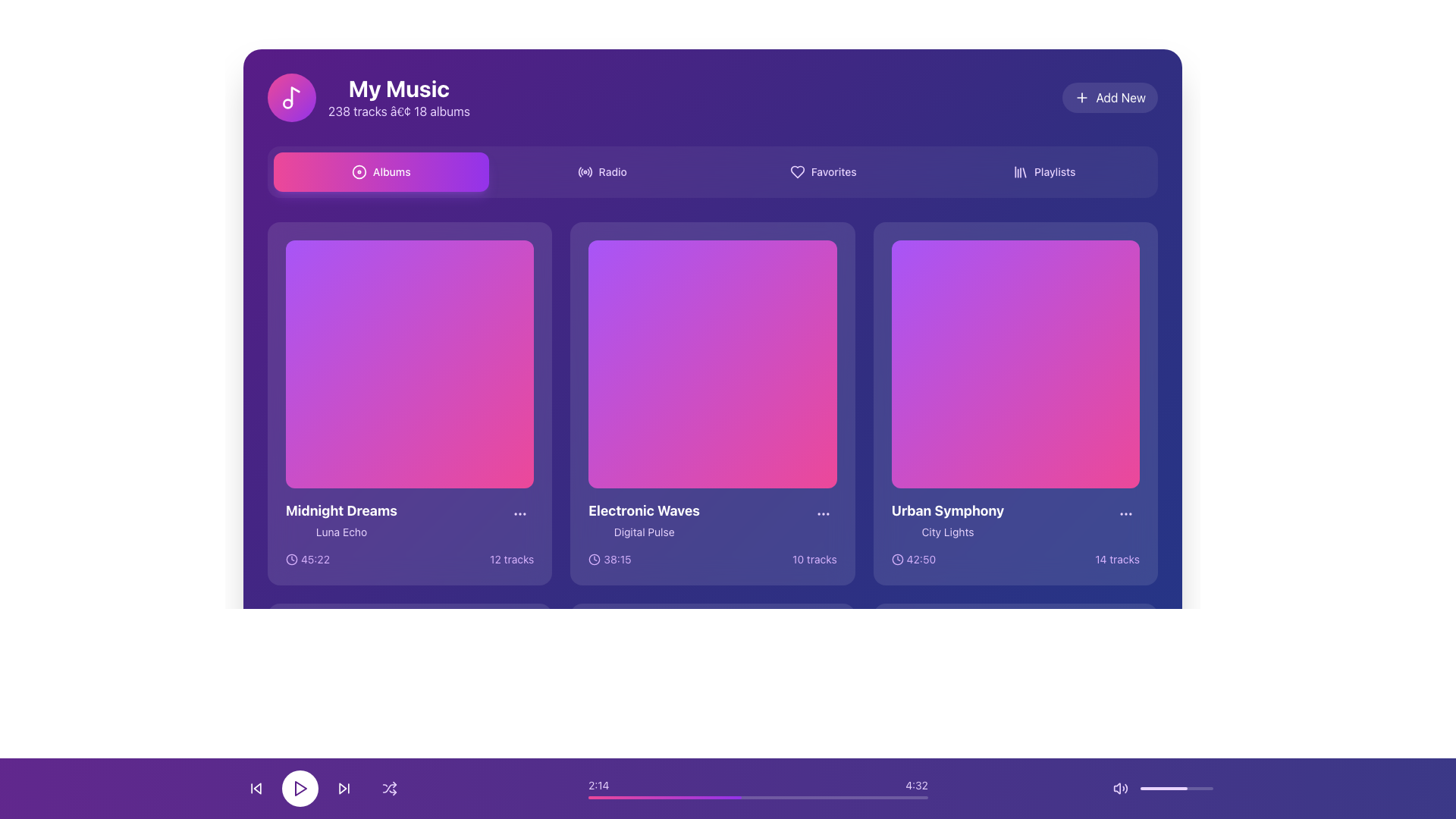  I want to click on text label displaying 'Digital Pulse', which is positioned below the title 'Electronic Waves' in a light purple font within the central card, so click(644, 532).